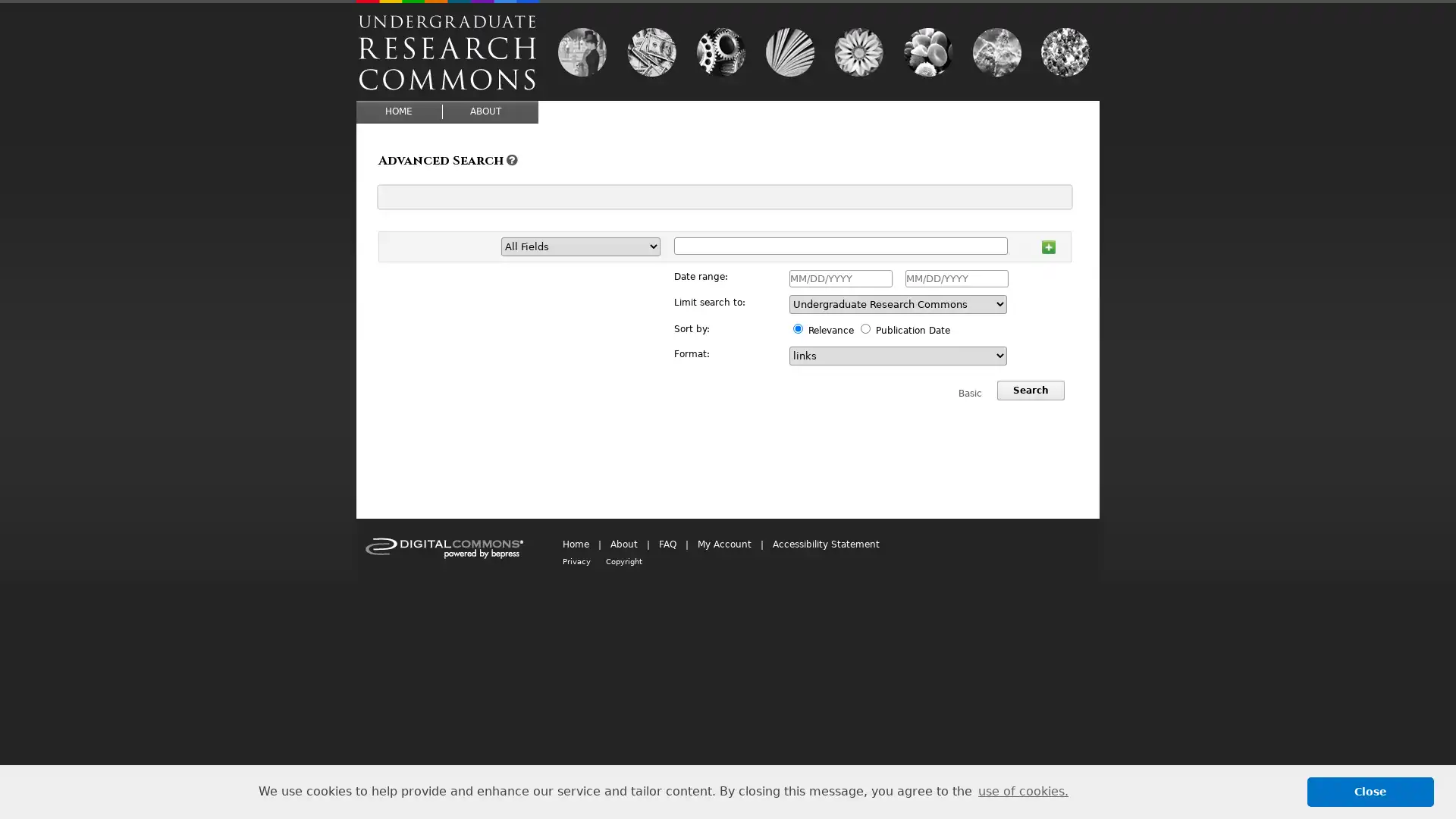  Describe the element at coordinates (1022, 791) in the screenshot. I see `learn more about cookies` at that location.